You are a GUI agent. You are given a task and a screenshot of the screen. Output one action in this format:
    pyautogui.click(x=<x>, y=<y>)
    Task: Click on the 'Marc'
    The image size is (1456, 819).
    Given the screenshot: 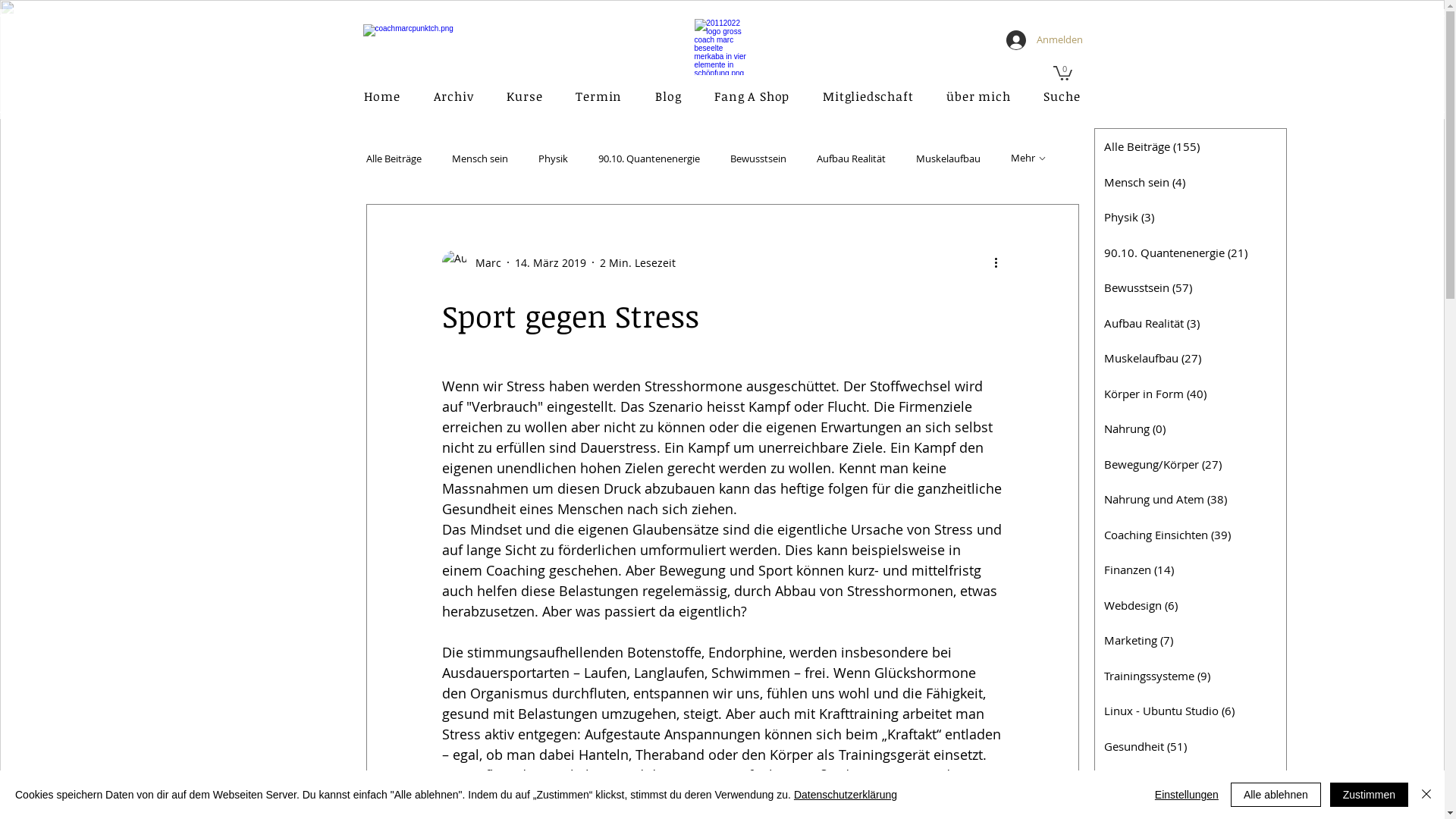 What is the action you would take?
    pyautogui.click(x=469, y=262)
    